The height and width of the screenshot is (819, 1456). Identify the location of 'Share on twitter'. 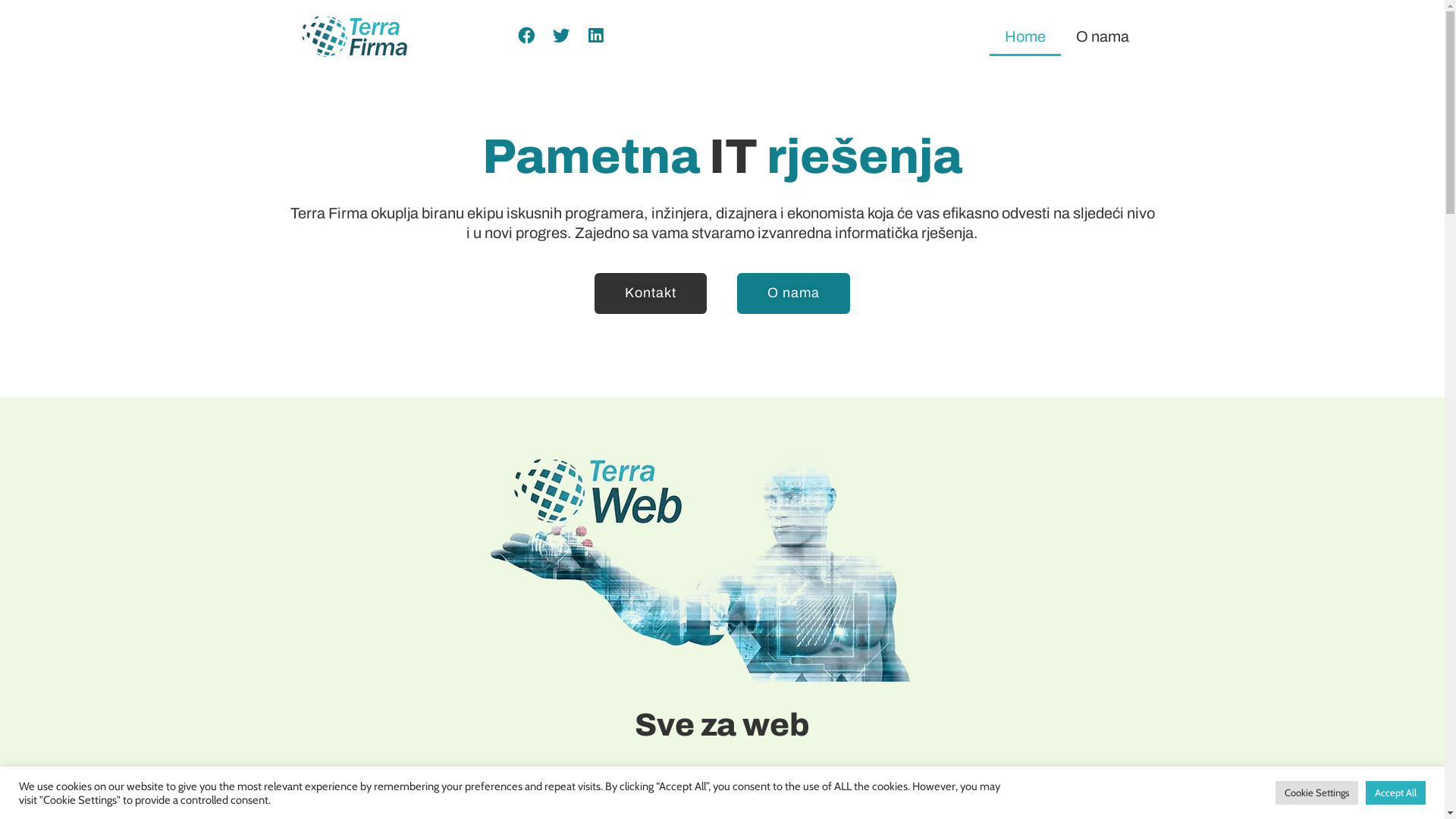
(560, 35).